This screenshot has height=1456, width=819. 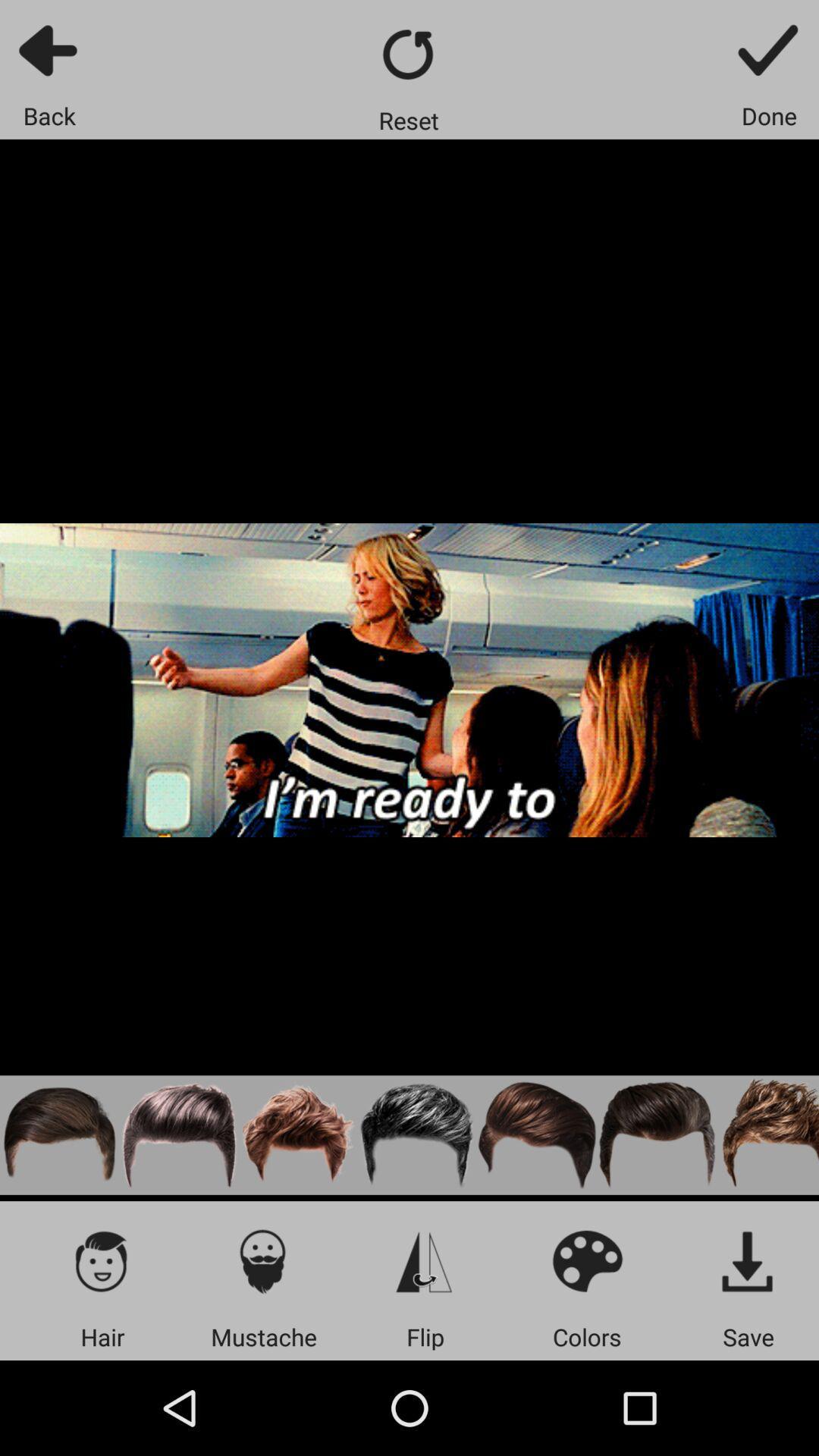 I want to click on mustache to image, so click(x=262, y=1260).